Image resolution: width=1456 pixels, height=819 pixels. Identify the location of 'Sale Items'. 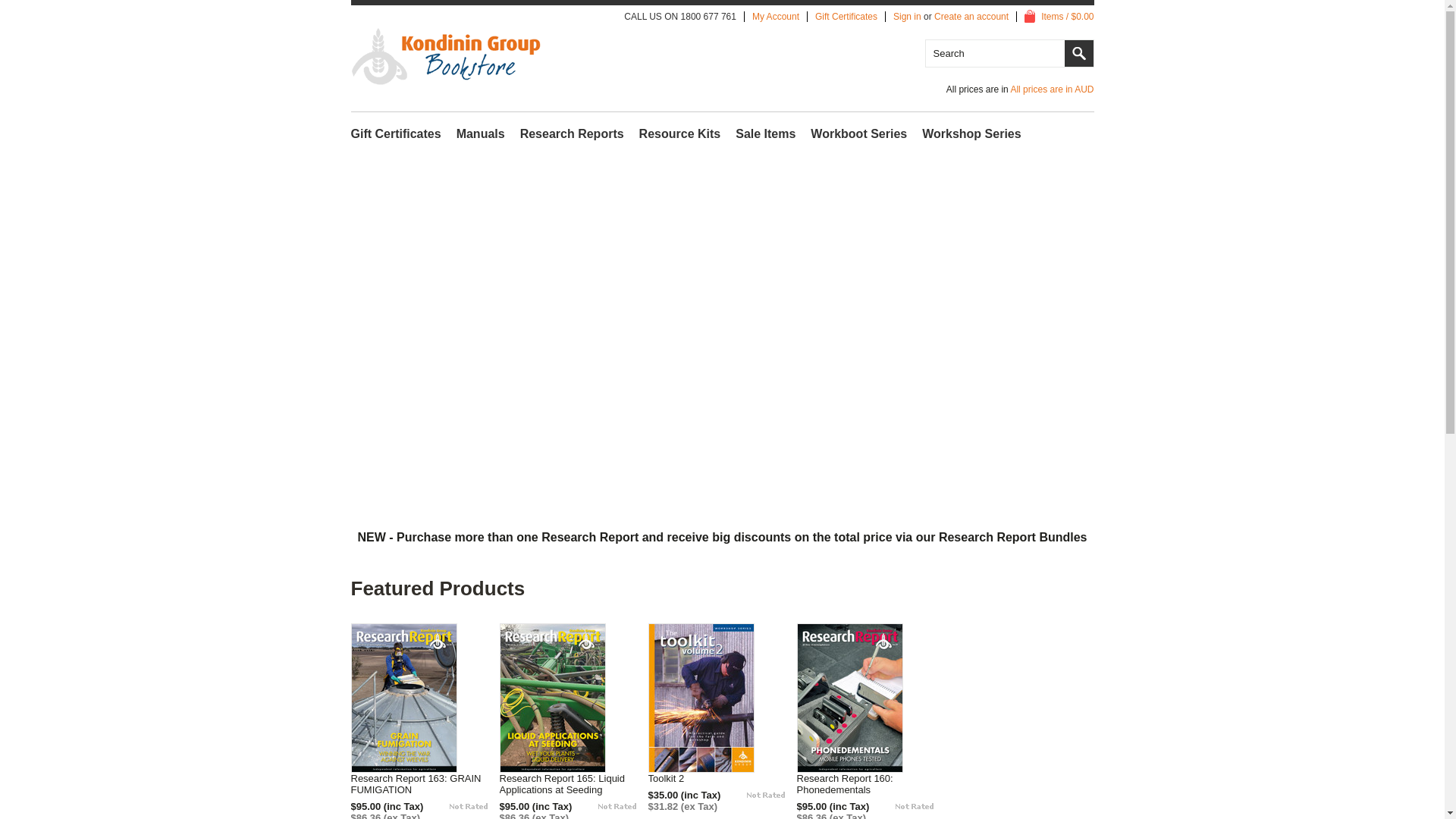
(765, 133).